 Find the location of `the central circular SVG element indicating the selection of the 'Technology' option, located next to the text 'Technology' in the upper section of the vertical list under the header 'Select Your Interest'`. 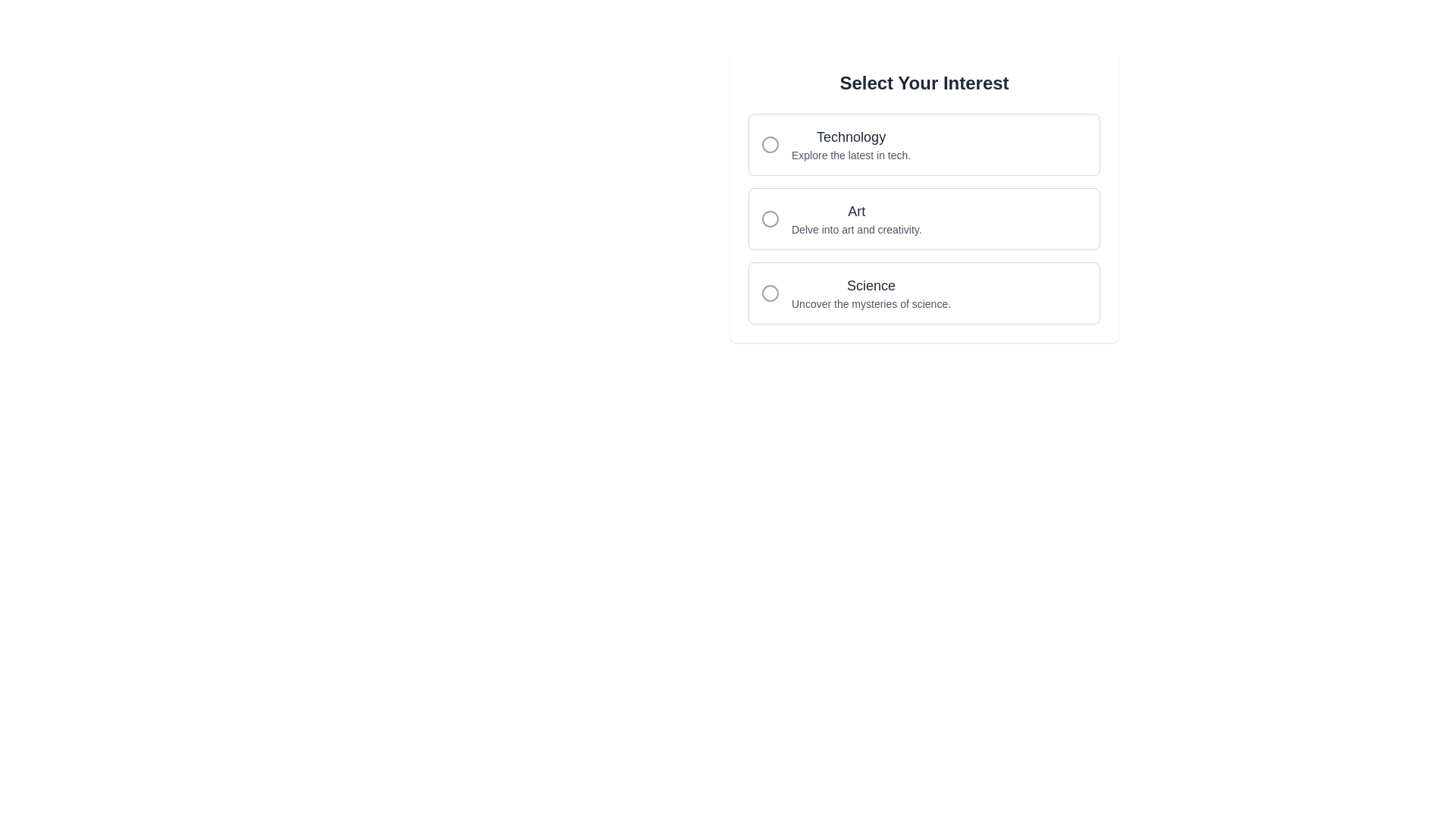

the central circular SVG element indicating the selection of the 'Technology' option, located next to the text 'Technology' in the upper section of the vertical list under the header 'Select Your Interest' is located at coordinates (770, 145).